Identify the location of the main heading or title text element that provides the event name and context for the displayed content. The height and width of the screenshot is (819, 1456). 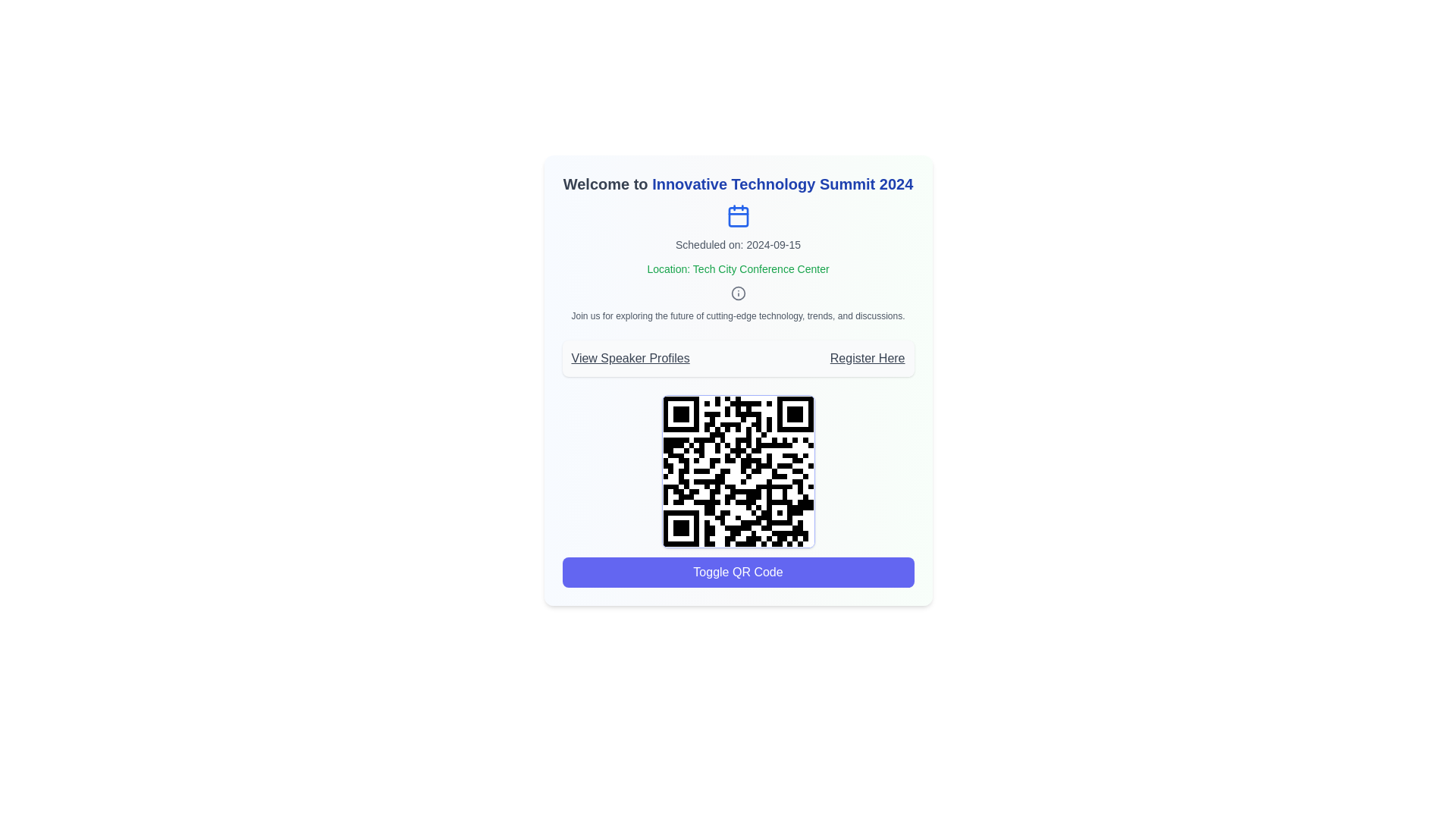
(738, 184).